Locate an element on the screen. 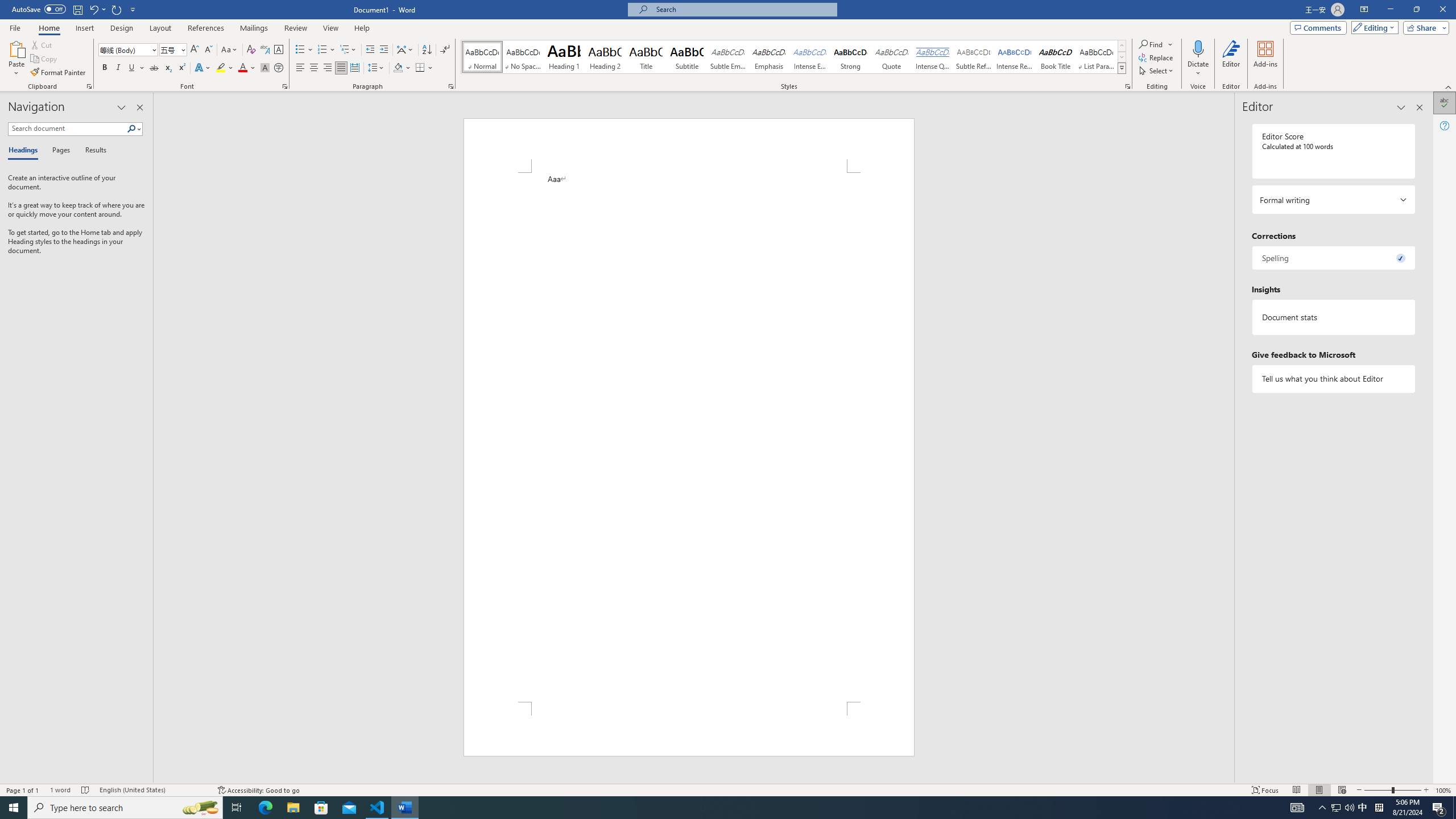 Image resolution: width=1456 pixels, height=819 pixels. 'Spelling, 0 issues. Press space or enter to review items.' is located at coordinates (1333, 257).